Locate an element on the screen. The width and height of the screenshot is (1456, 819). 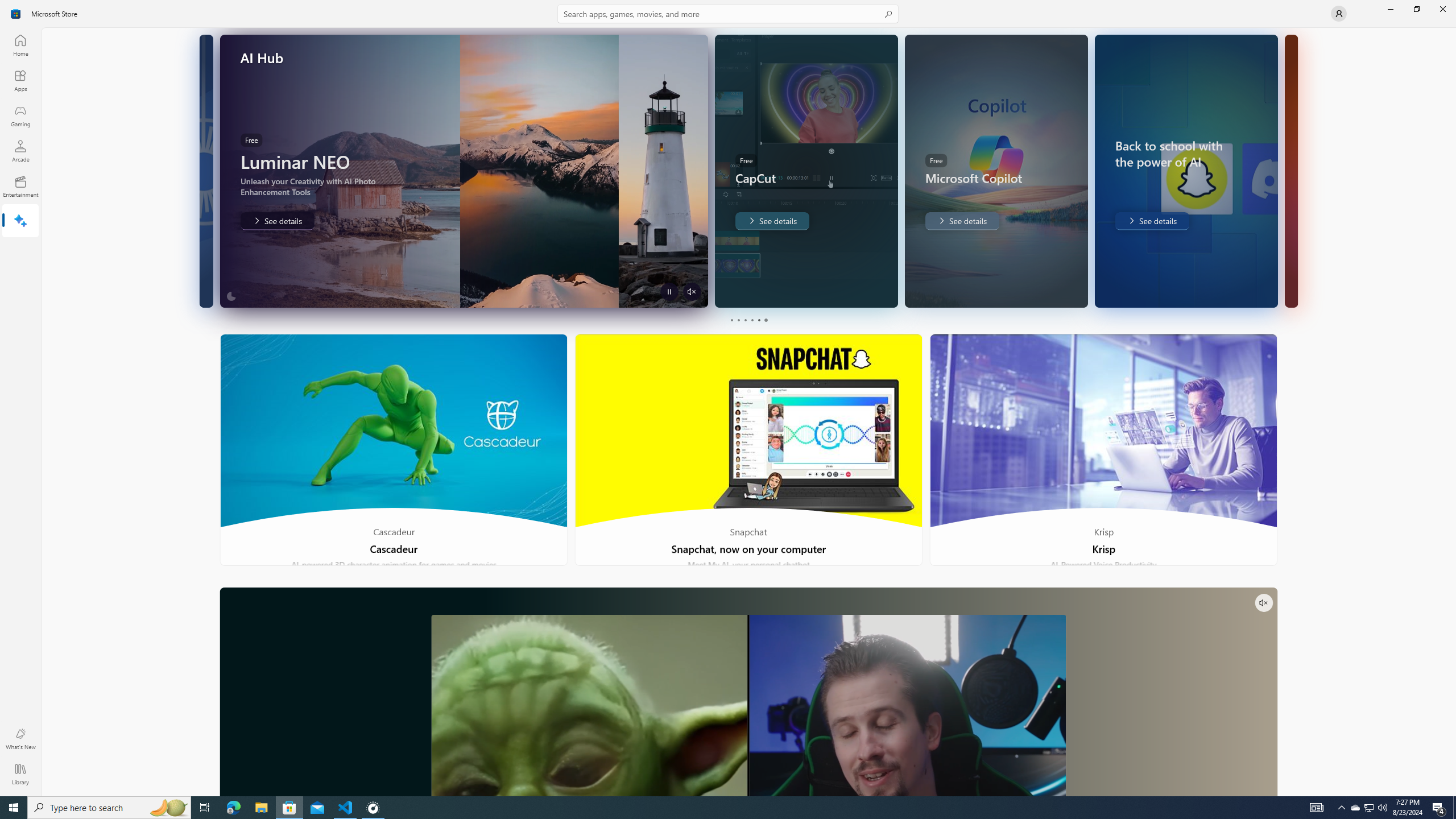
'Cascadeur' is located at coordinates (394, 449).